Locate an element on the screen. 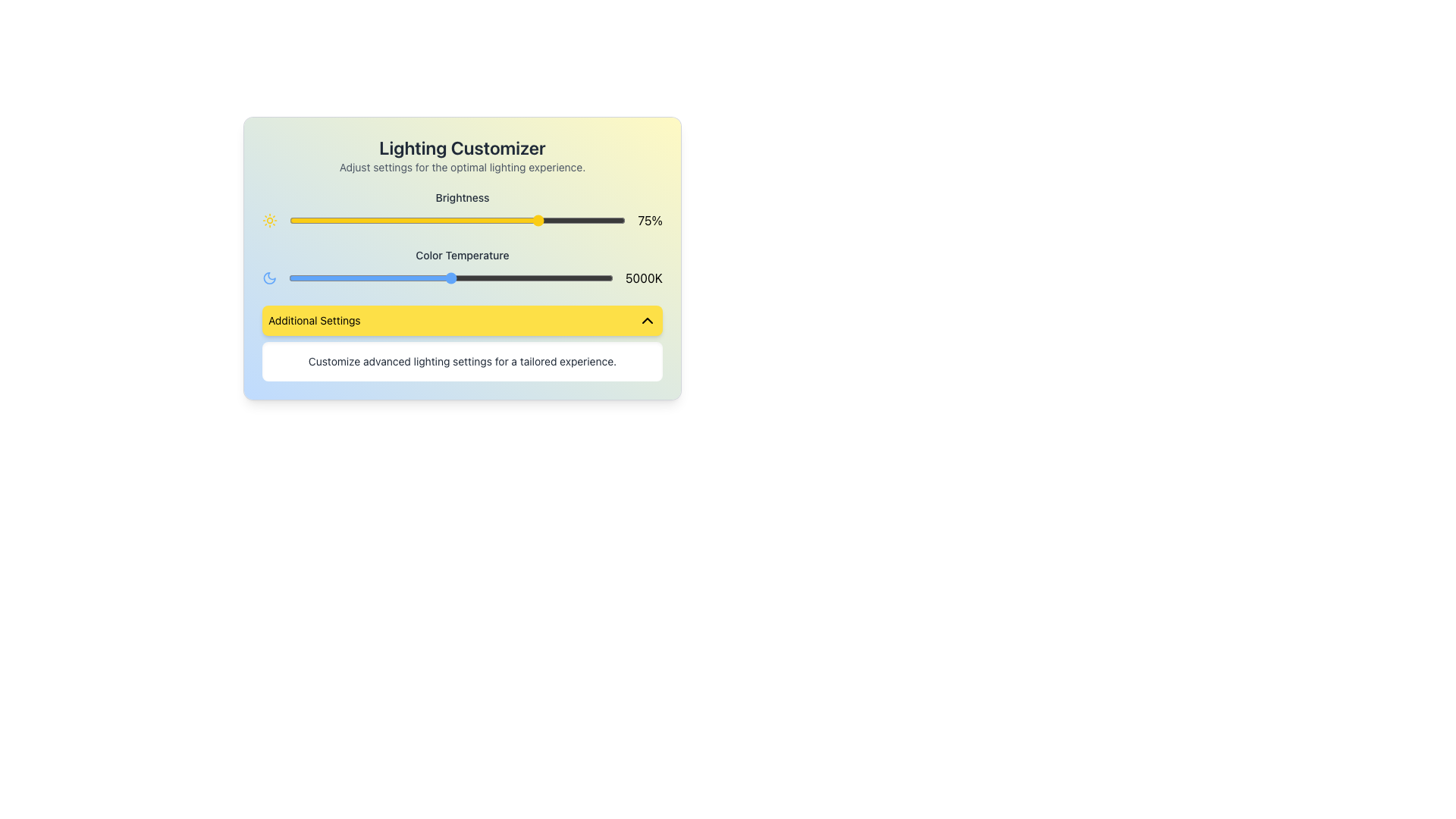 The image size is (1456, 819). the color temperature is located at coordinates (333, 278).